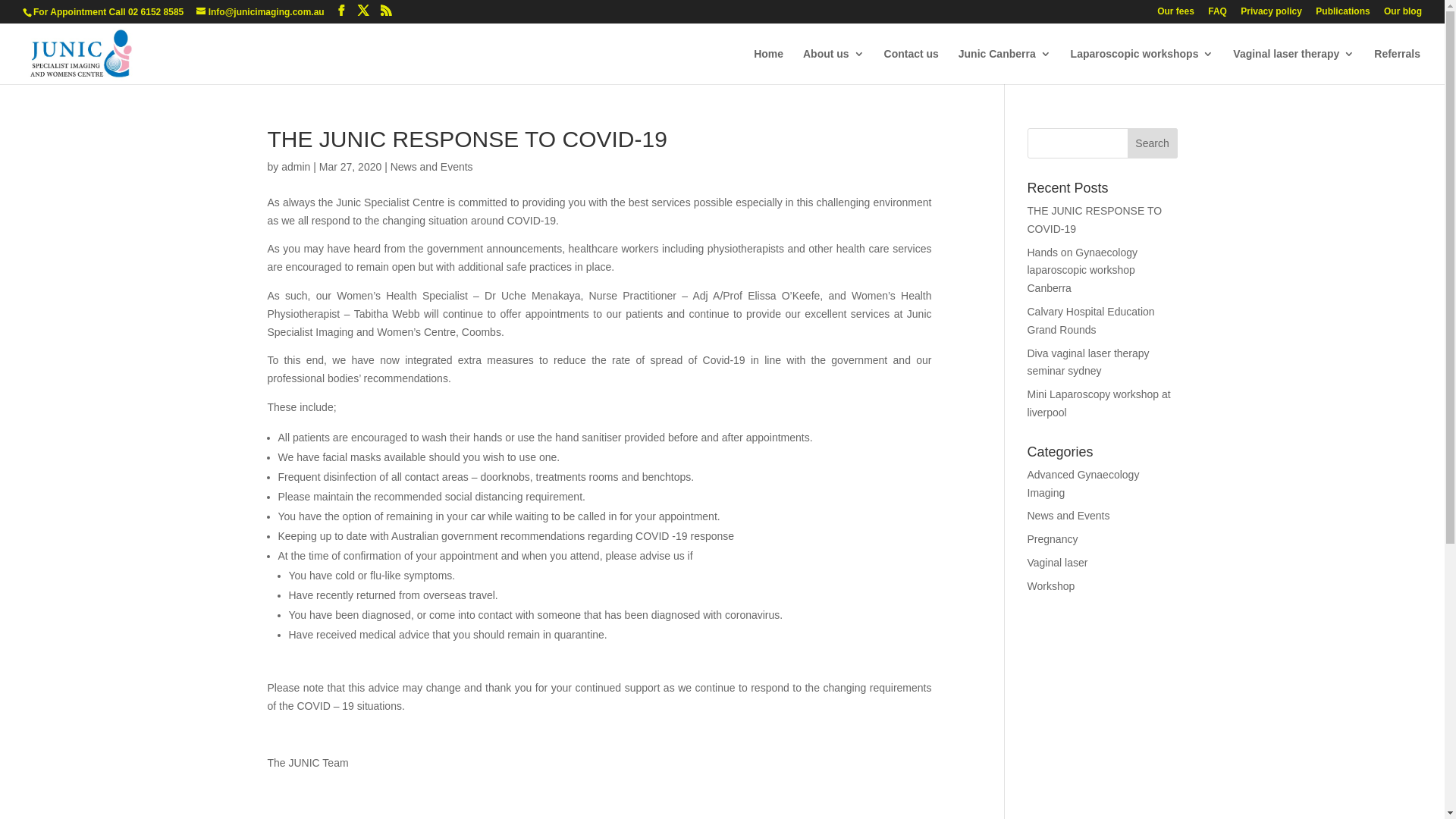 Image resolution: width=1456 pixels, height=819 pixels. Describe the element at coordinates (1090, 320) in the screenshot. I see `'Calvary Hospital Education Grand Rounds'` at that location.